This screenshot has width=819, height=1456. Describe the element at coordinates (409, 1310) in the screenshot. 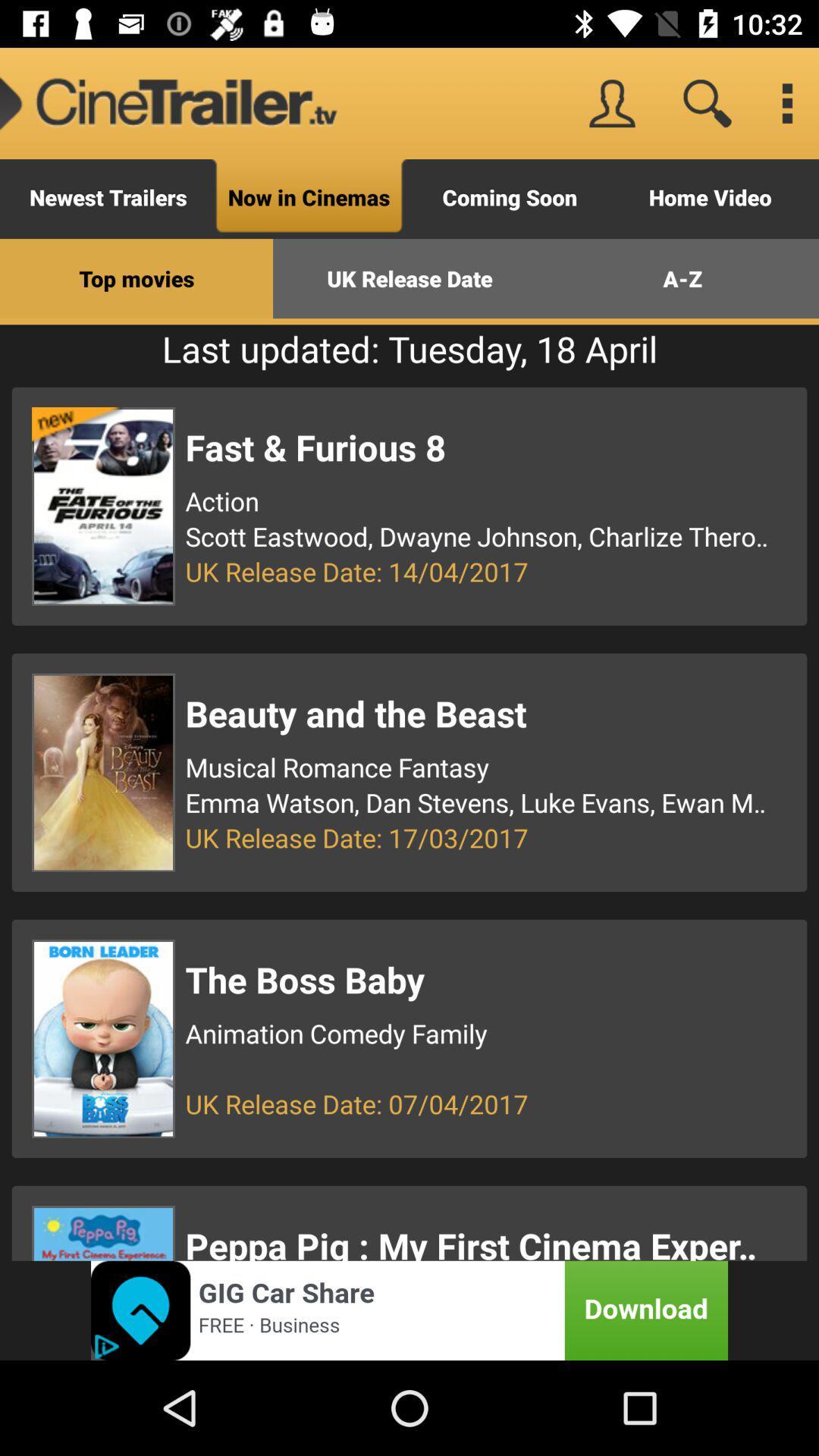

I see `banner of advertiser` at that location.